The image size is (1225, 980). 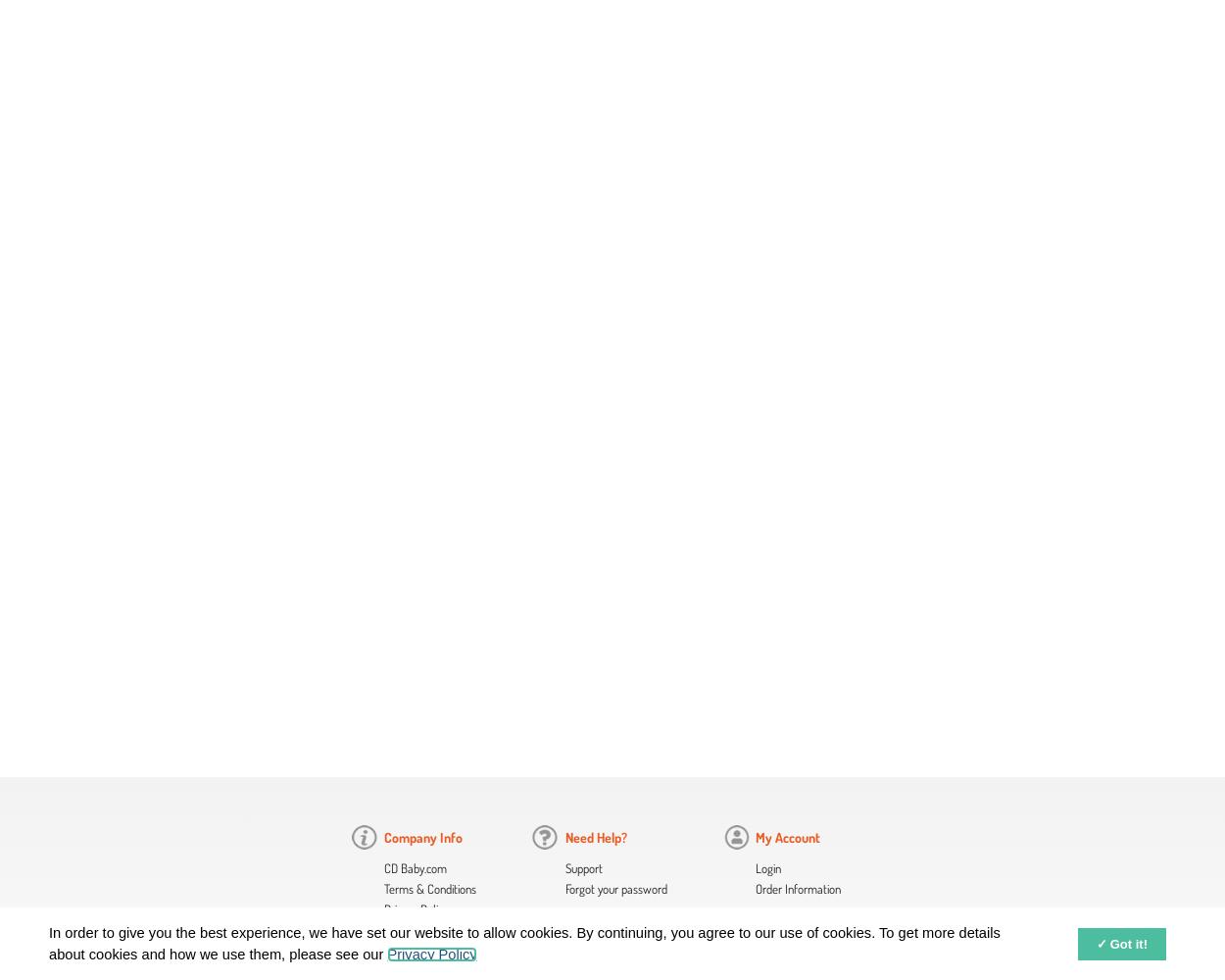 What do you see at coordinates (423, 836) in the screenshot?
I see `'Company Info'` at bounding box center [423, 836].